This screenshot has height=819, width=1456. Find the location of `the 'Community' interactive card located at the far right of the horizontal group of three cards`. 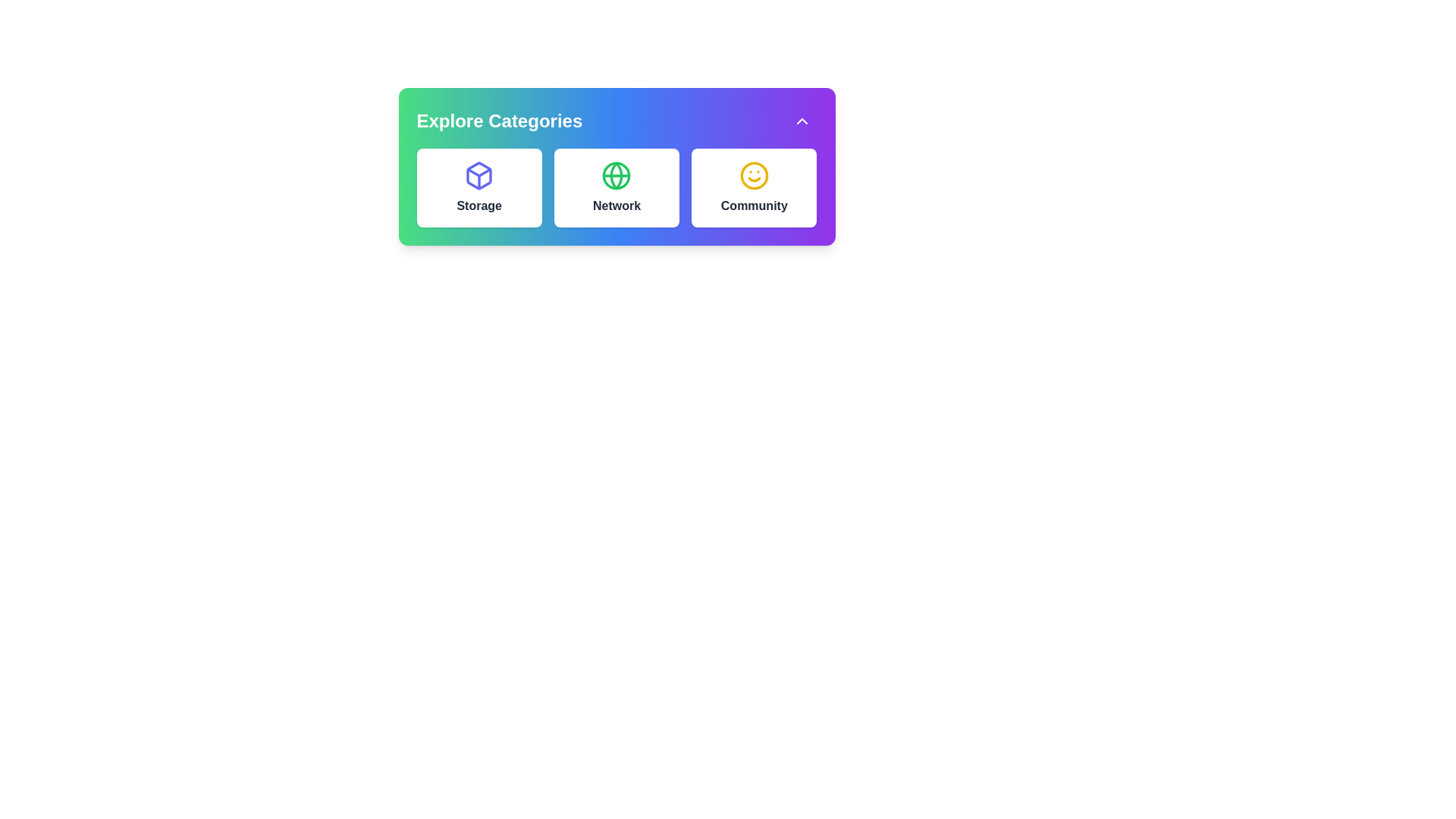

the 'Community' interactive card located at the far right of the horizontal group of three cards is located at coordinates (754, 187).